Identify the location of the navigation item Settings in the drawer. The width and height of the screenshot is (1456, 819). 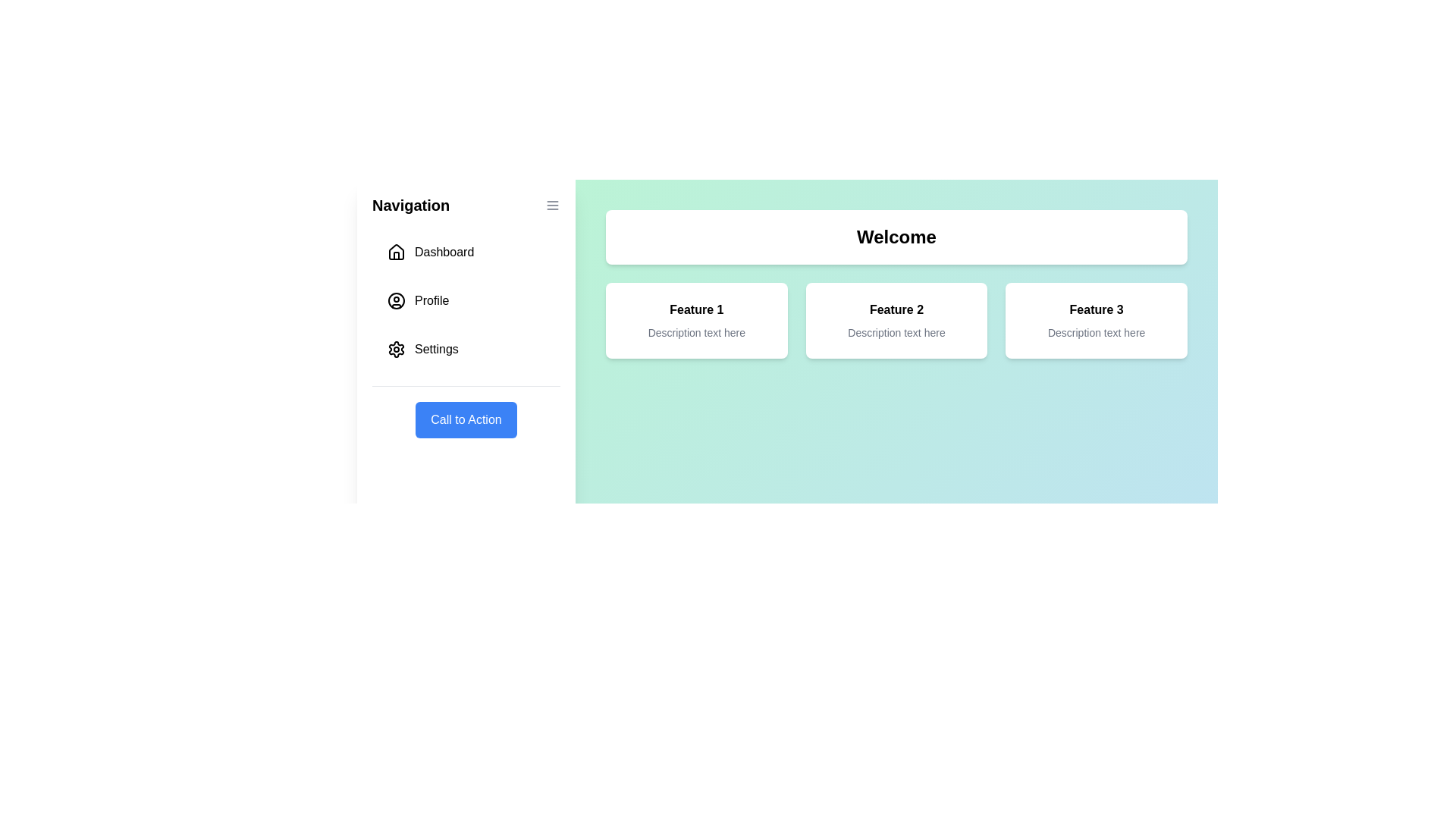
(465, 350).